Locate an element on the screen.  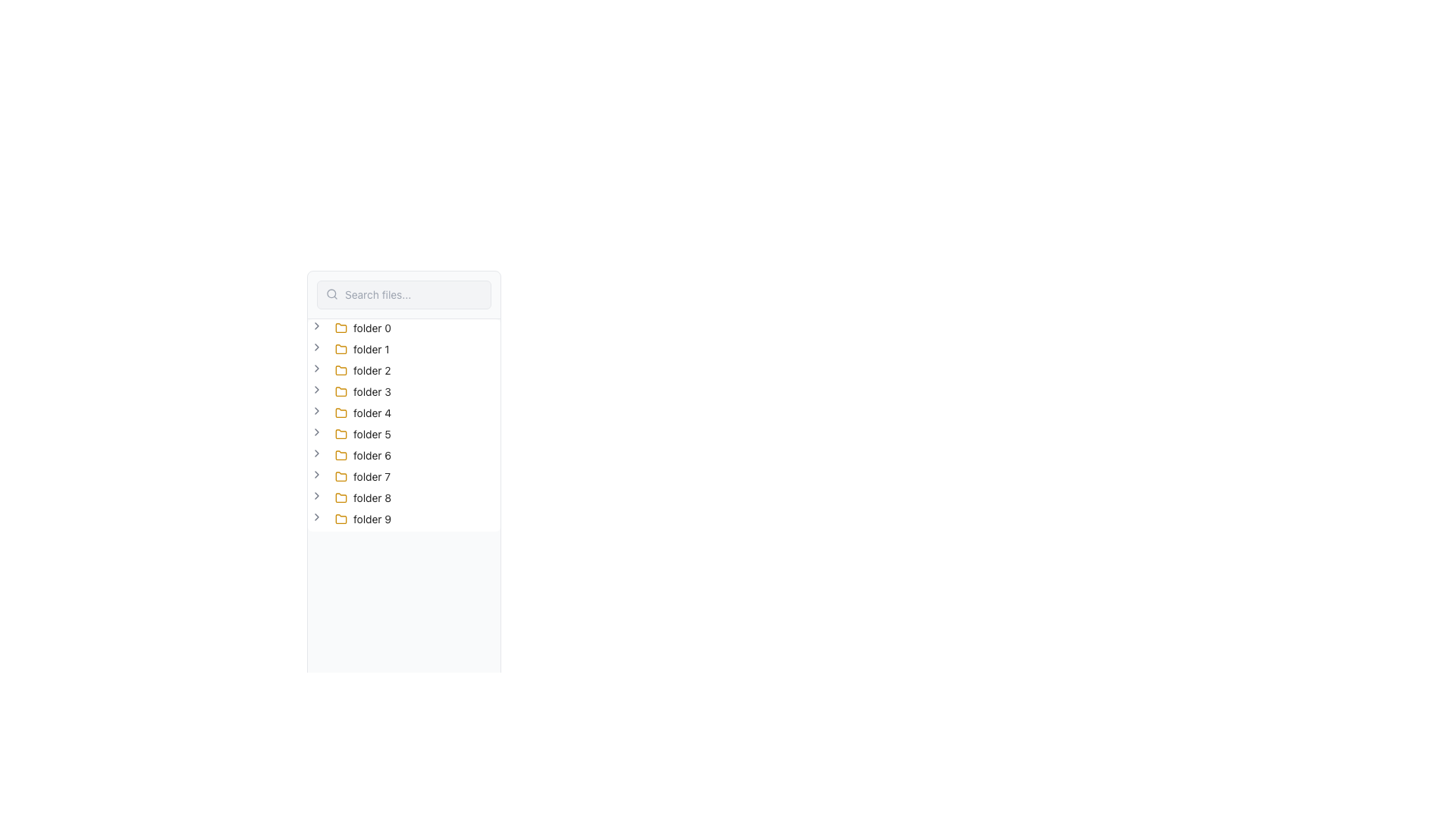
the chevron icon button (rightward arrow) located to the left of the 'folder 7' label is located at coordinates (315, 473).